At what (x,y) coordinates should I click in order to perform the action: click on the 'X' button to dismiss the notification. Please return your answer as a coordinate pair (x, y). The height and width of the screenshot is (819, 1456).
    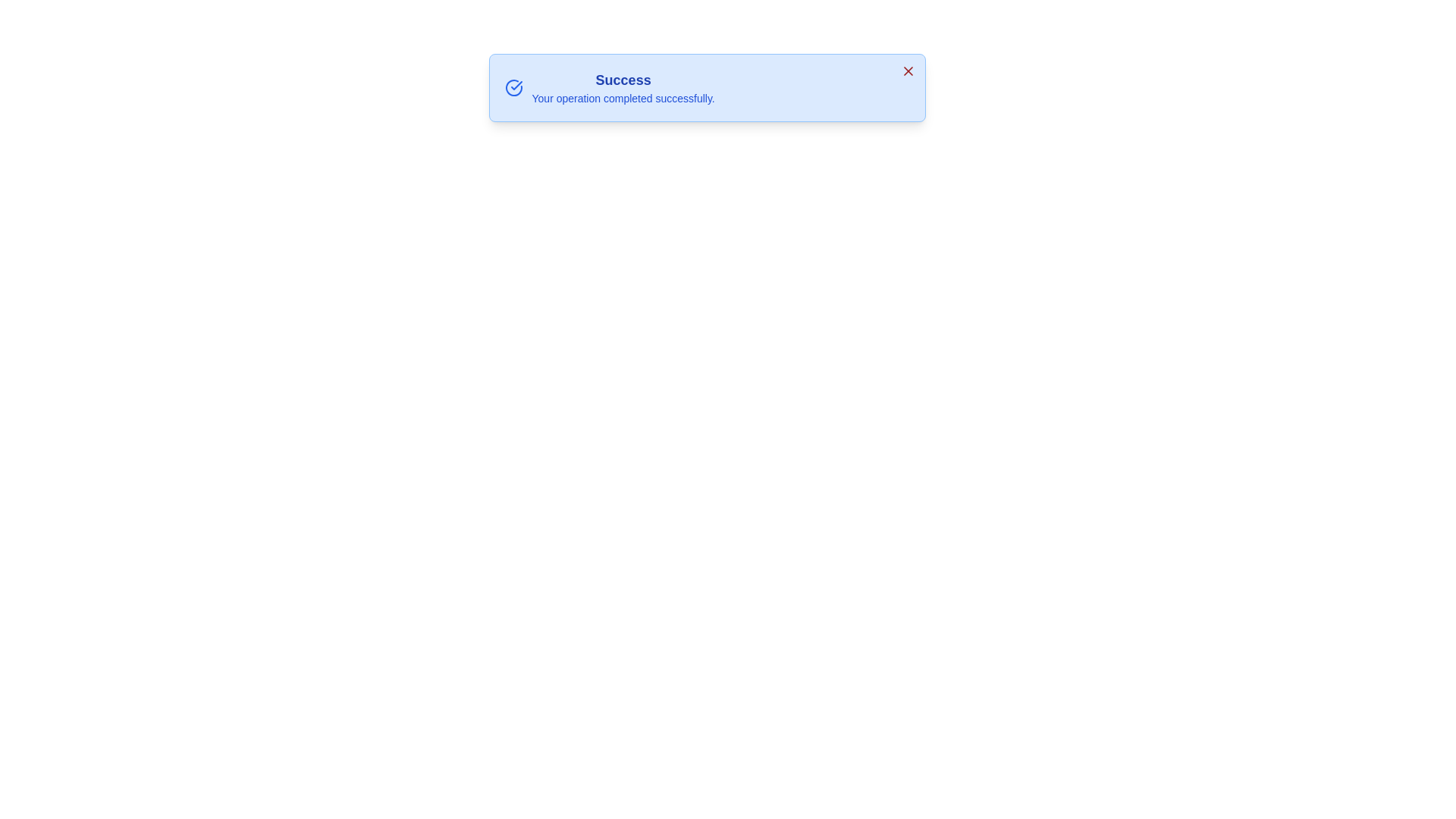
    Looking at the image, I should click on (908, 71).